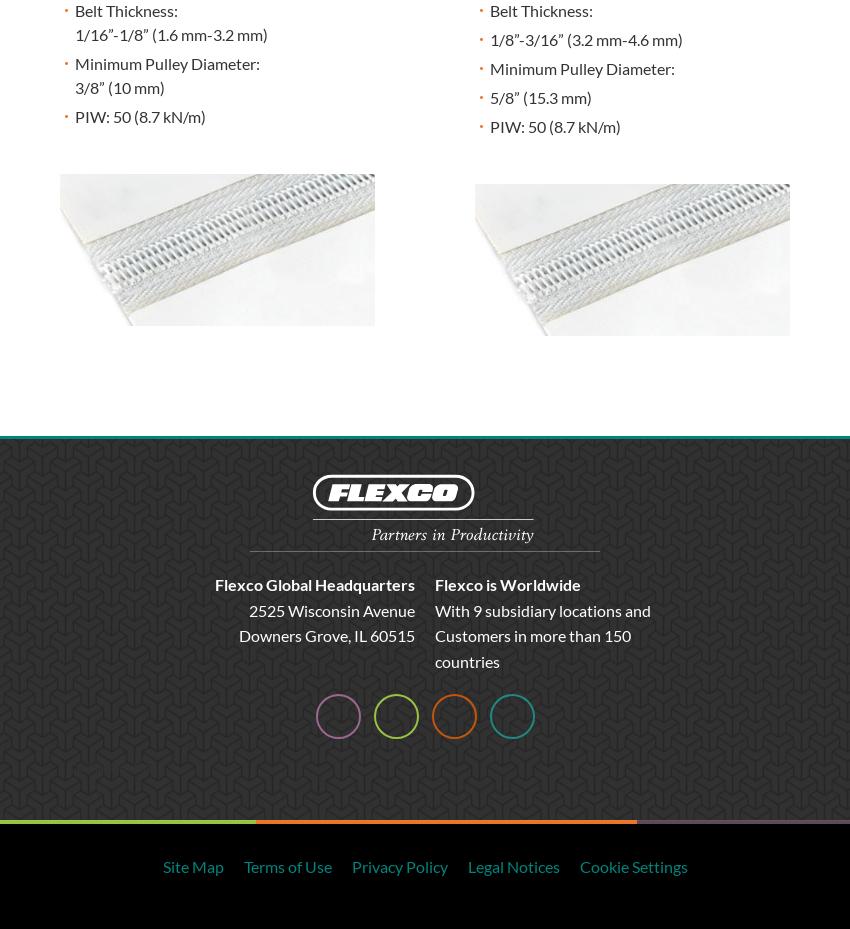 This screenshot has width=850, height=929. Describe the element at coordinates (541, 608) in the screenshot. I see `'With 9 subsidiary locations and'` at that location.